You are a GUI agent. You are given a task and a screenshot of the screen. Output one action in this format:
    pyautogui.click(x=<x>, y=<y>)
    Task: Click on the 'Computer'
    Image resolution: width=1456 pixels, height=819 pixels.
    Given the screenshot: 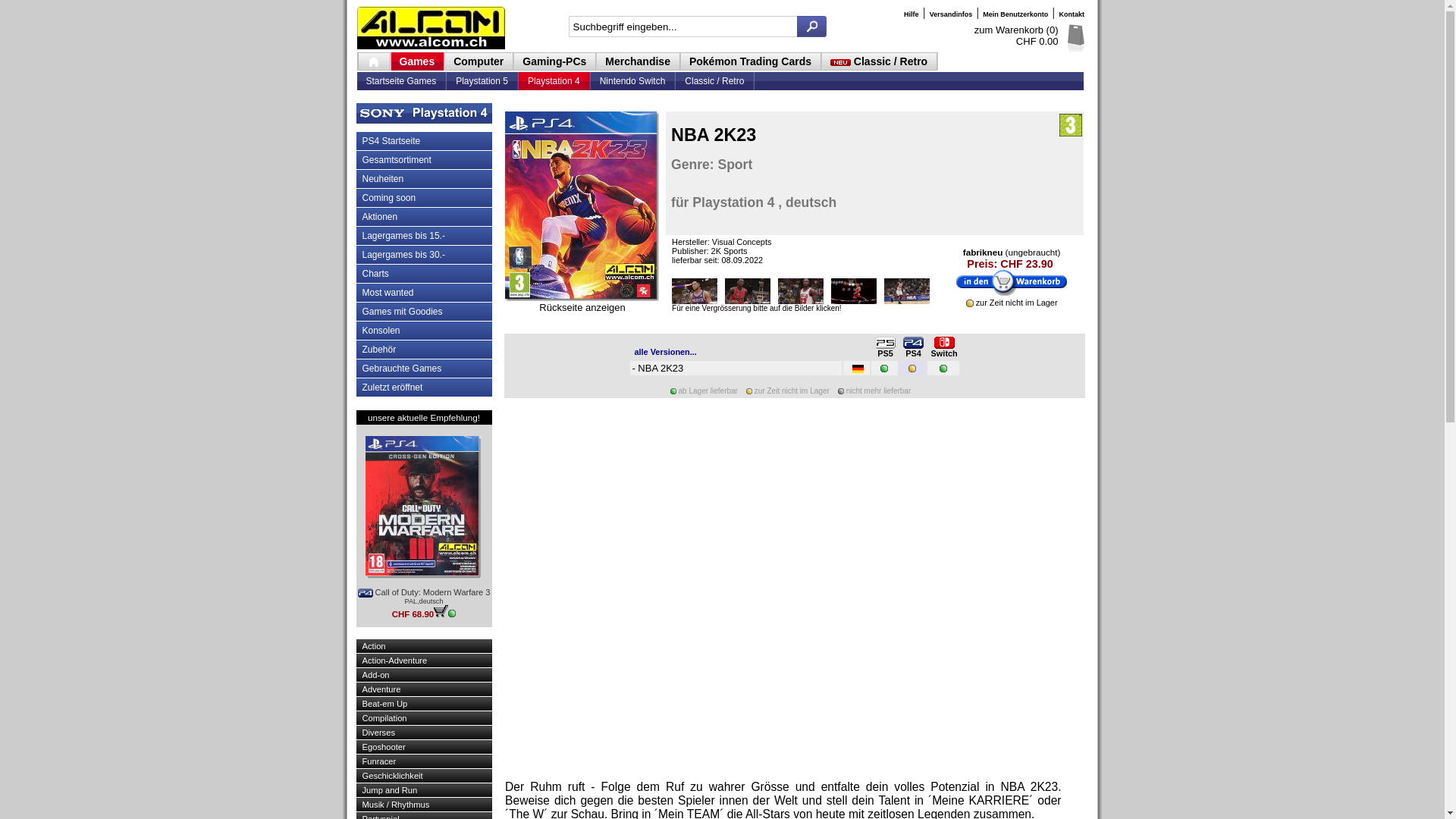 What is the action you would take?
    pyautogui.click(x=478, y=61)
    